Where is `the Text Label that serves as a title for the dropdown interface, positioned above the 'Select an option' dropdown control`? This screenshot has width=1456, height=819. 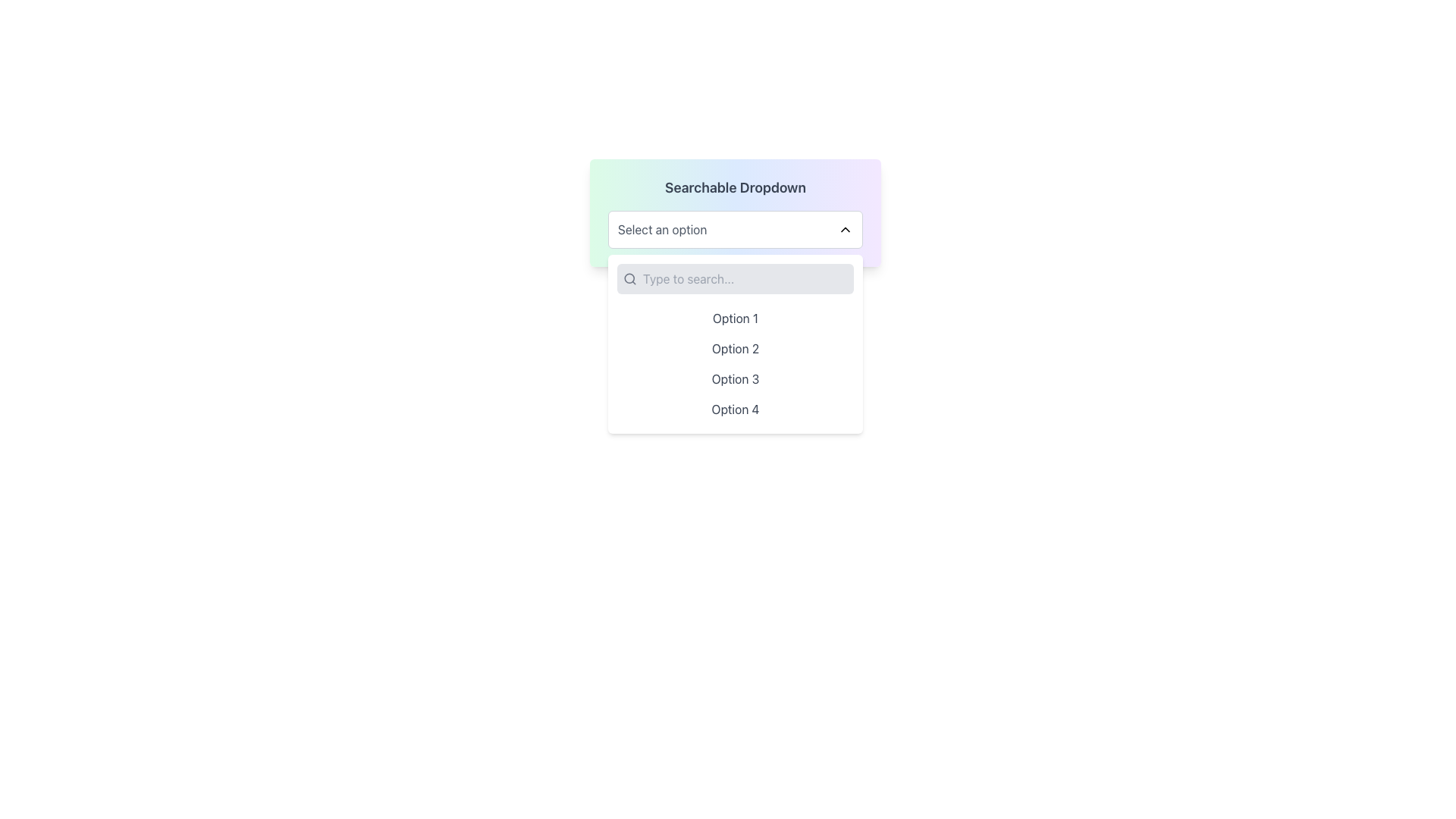
the Text Label that serves as a title for the dropdown interface, positioned above the 'Select an option' dropdown control is located at coordinates (735, 187).